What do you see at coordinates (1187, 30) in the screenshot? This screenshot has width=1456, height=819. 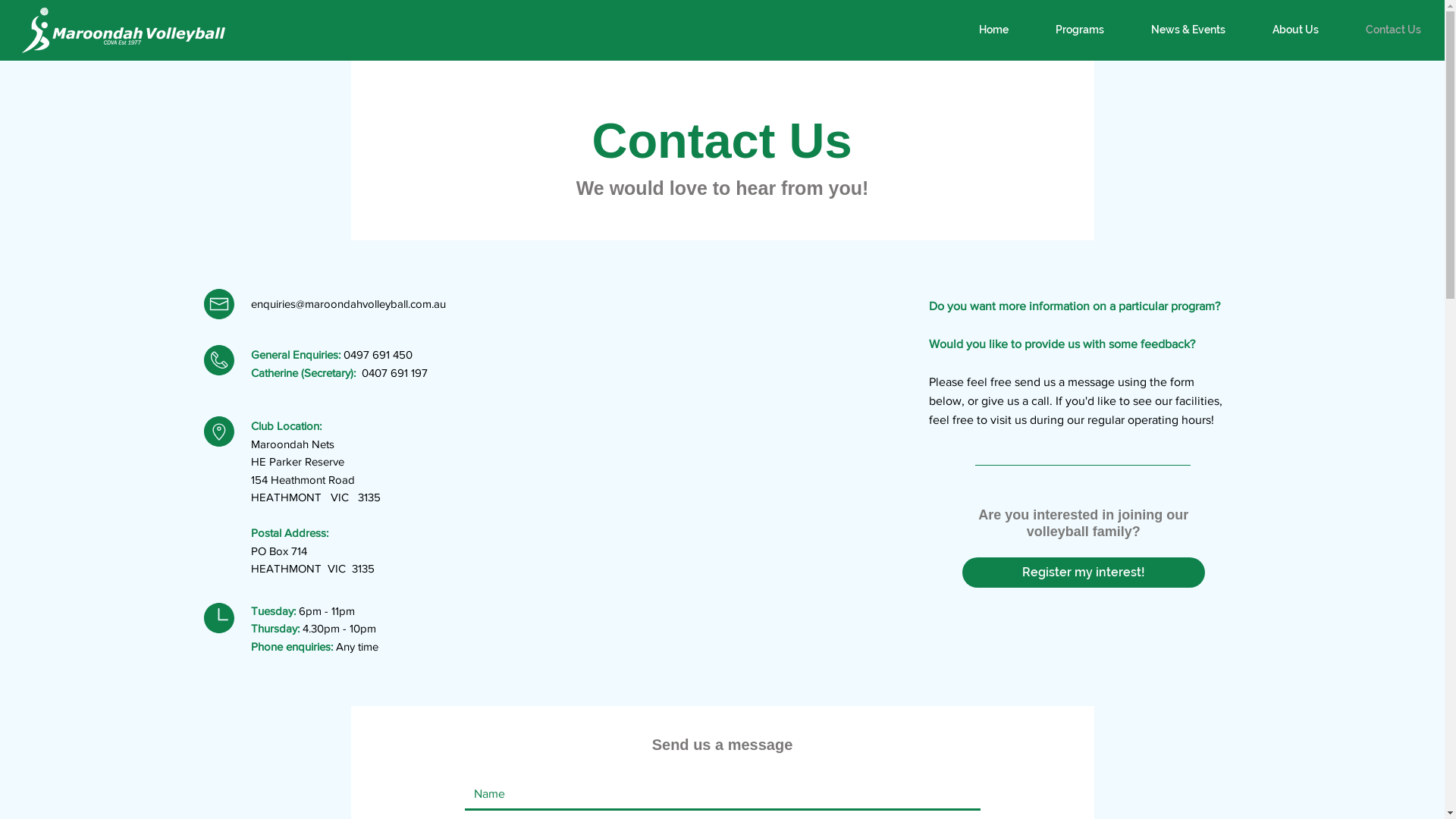 I see `'News & Events'` at bounding box center [1187, 30].